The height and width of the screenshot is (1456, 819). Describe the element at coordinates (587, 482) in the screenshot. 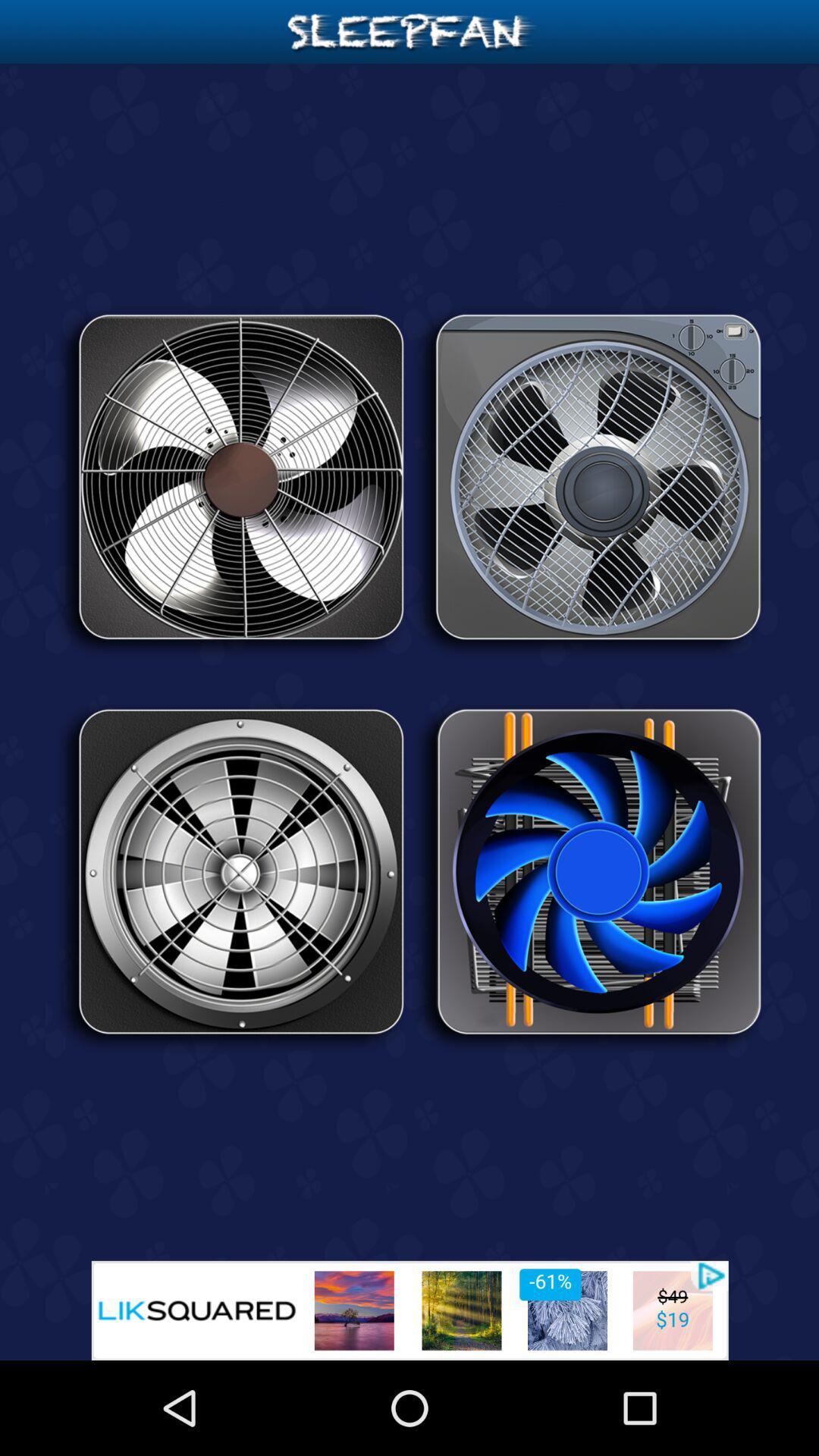

I see `the icon at the top right corner` at that location.